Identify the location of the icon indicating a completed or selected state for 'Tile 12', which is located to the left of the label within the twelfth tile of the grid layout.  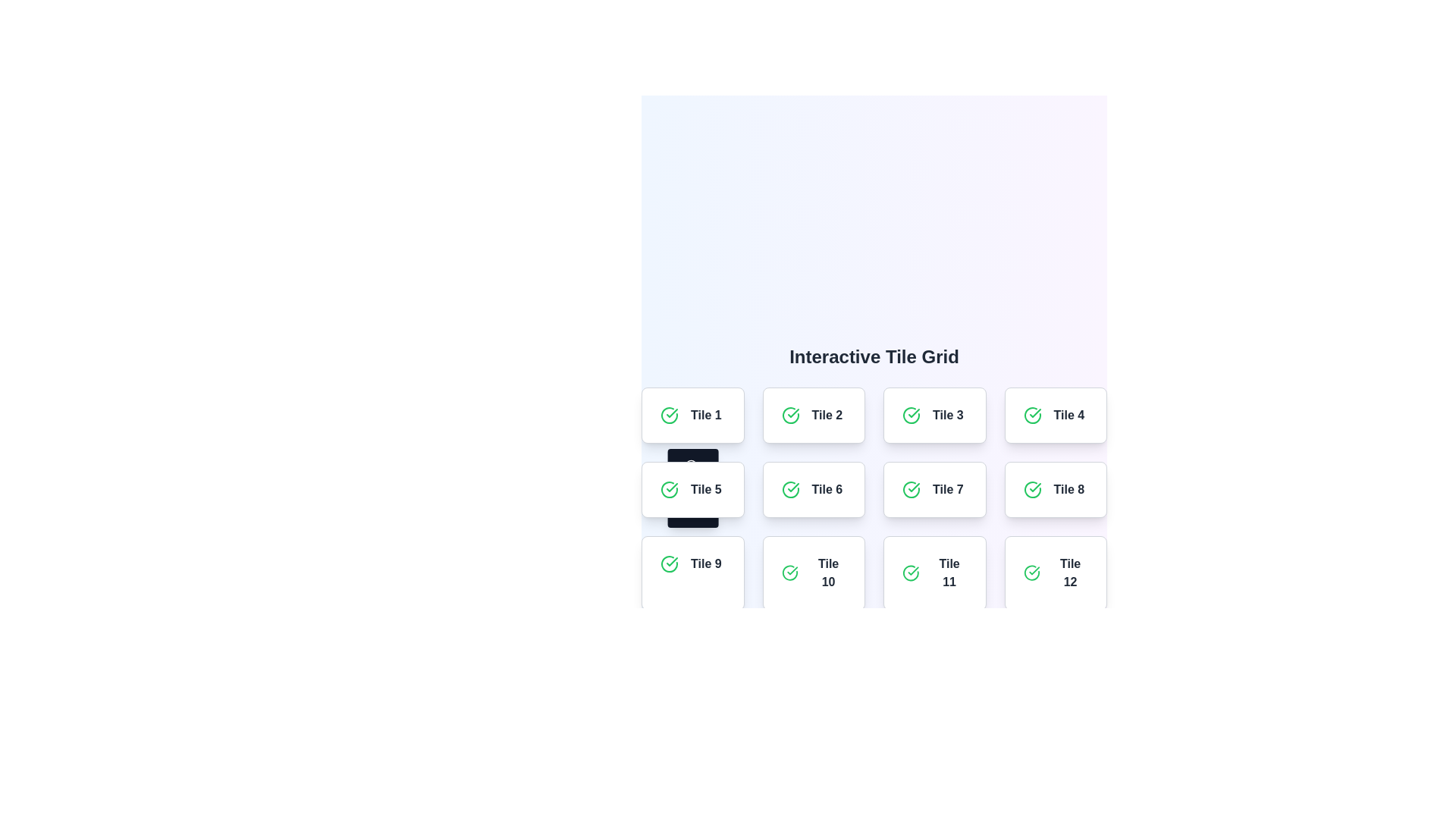
(1031, 573).